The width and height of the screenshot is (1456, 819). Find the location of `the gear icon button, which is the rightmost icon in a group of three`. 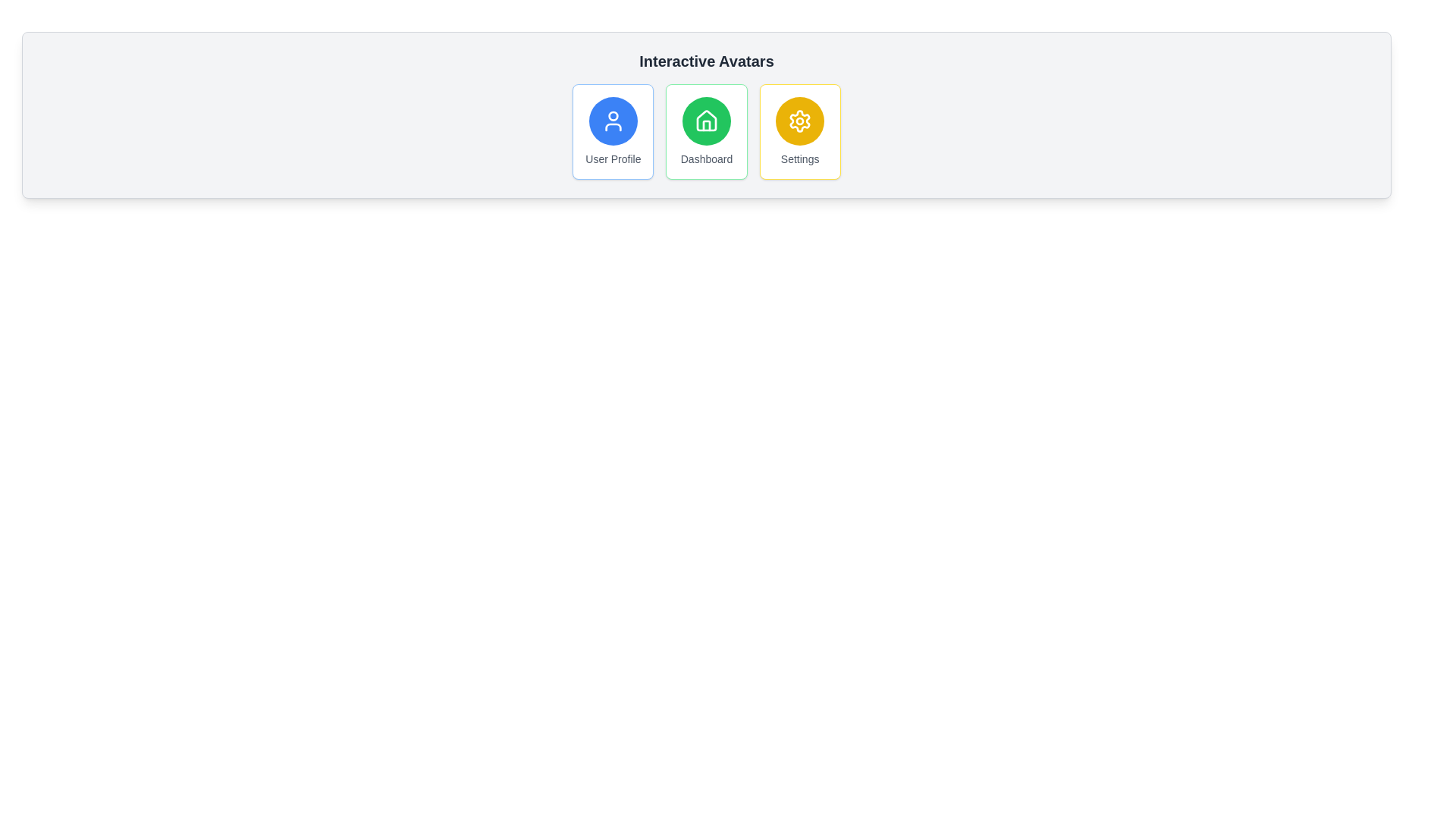

the gear icon button, which is the rightmost icon in a group of three is located at coordinates (799, 120).